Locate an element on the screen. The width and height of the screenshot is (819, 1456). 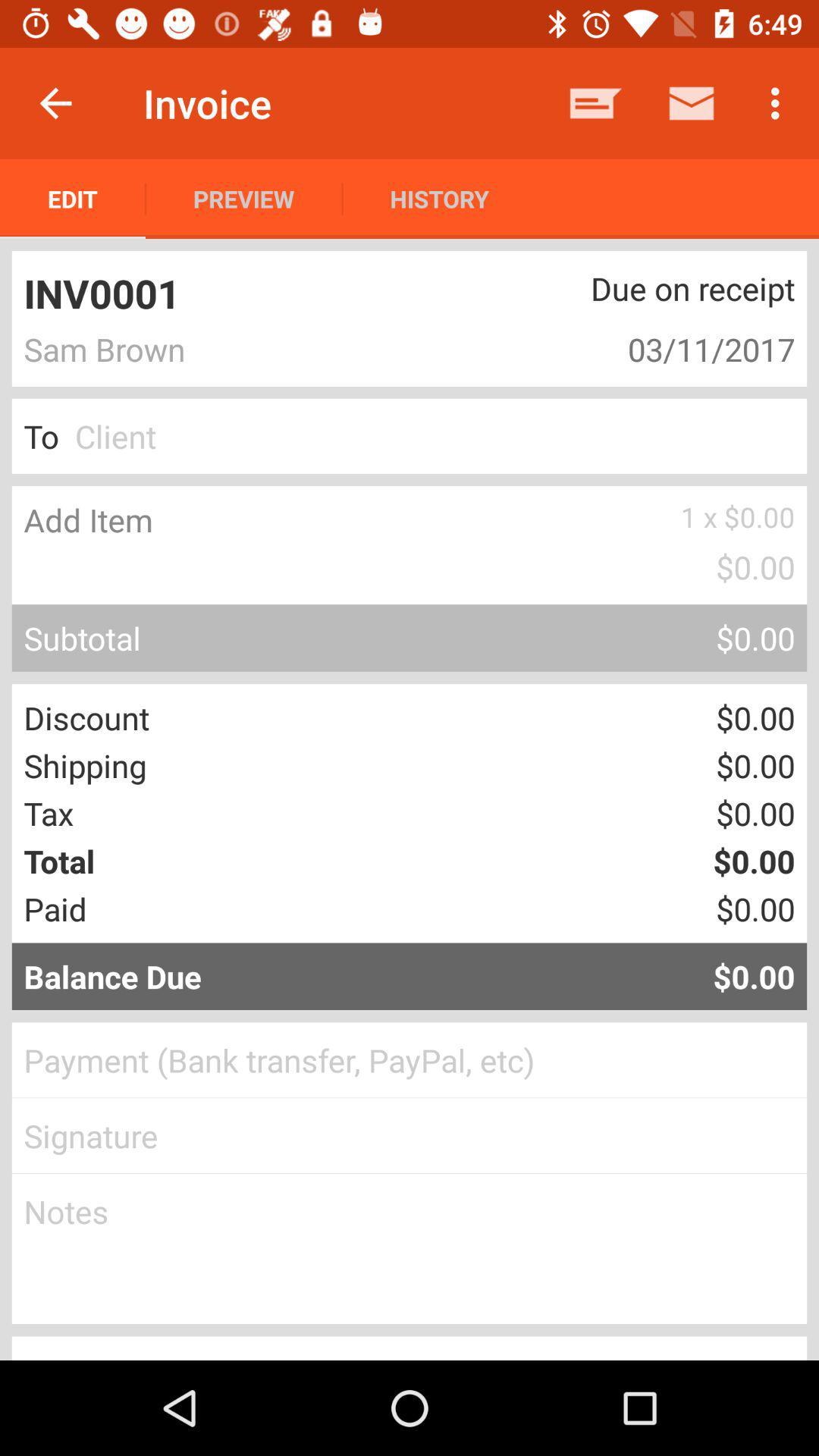
app next to the history app is located at coordinates (595, 102).